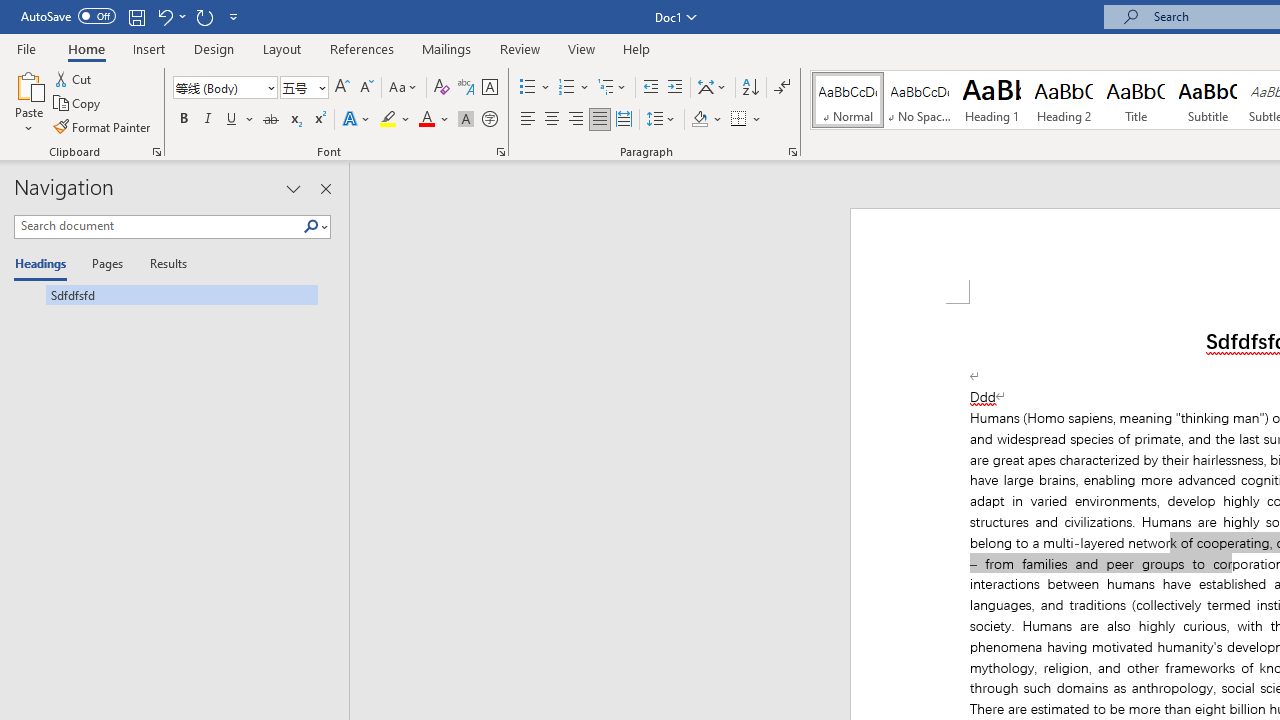  I want to click on 'Paragraph...', so click(791, 150).